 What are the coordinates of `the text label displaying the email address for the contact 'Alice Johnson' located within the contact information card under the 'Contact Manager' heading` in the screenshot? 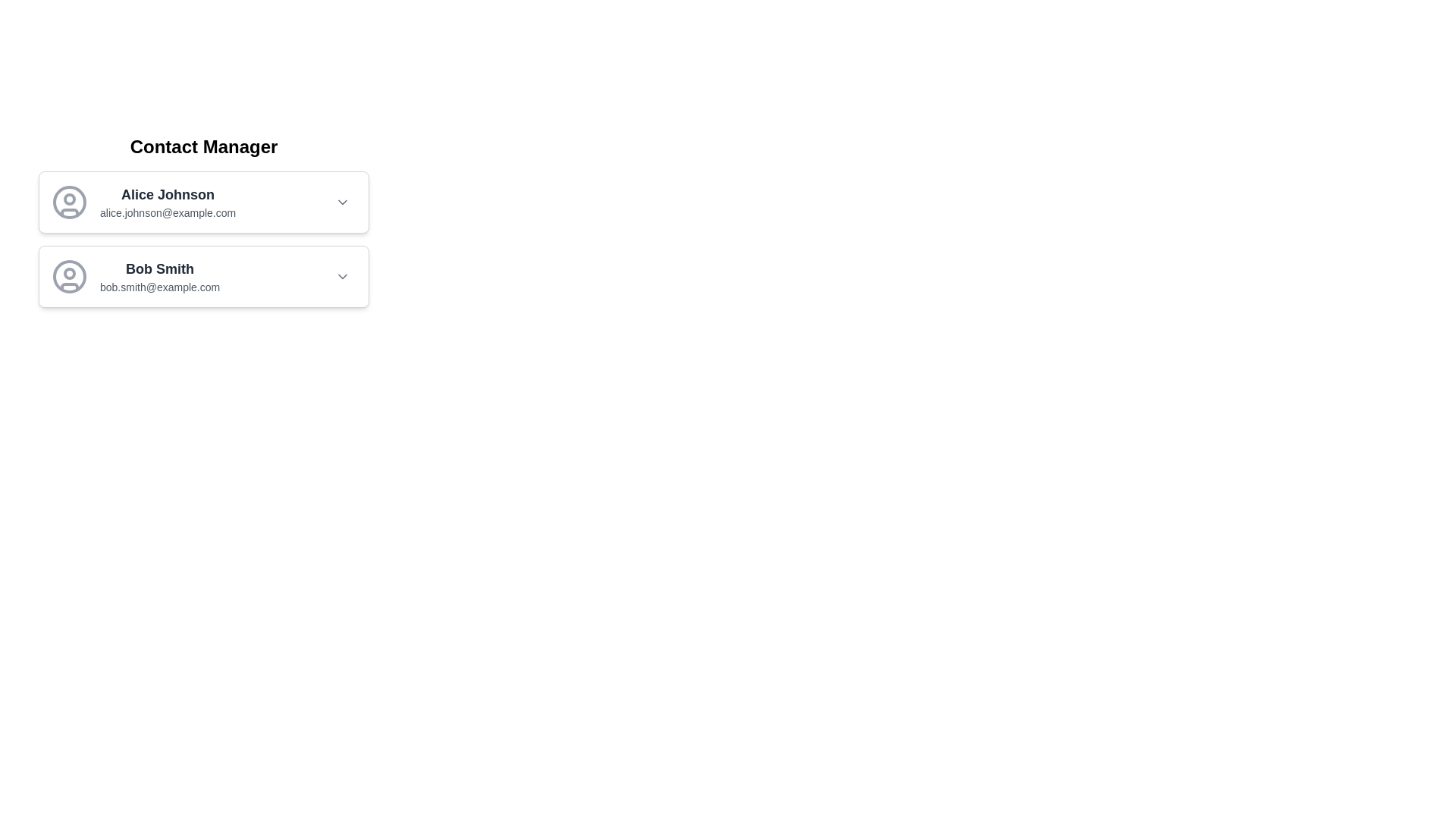 It's located at (168, 213).